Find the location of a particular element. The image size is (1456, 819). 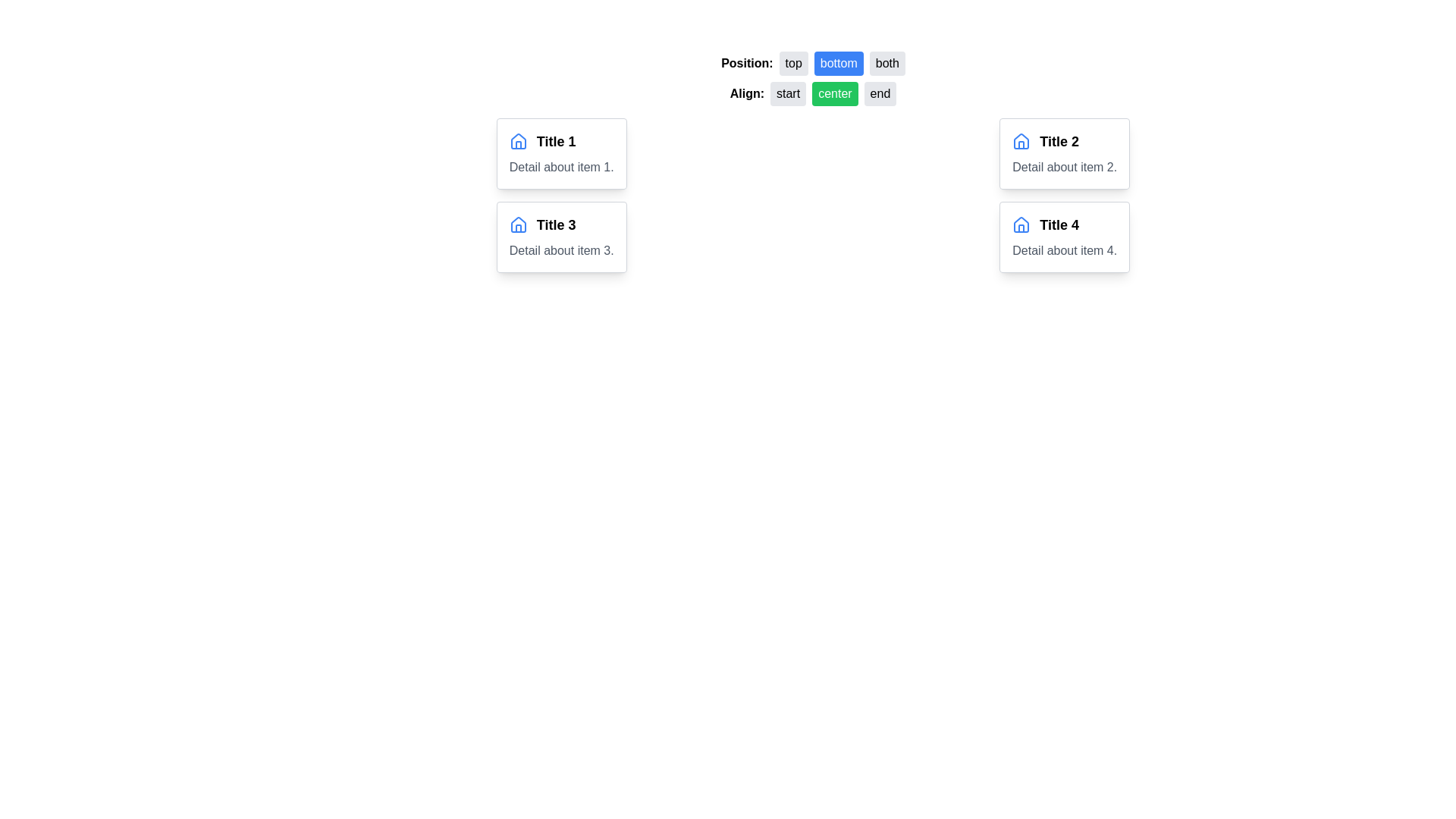

text label that provides a title or heading for the content of the second card in the right column, which summarizes the subject matter of the section is located at coordinates (1059, 141).